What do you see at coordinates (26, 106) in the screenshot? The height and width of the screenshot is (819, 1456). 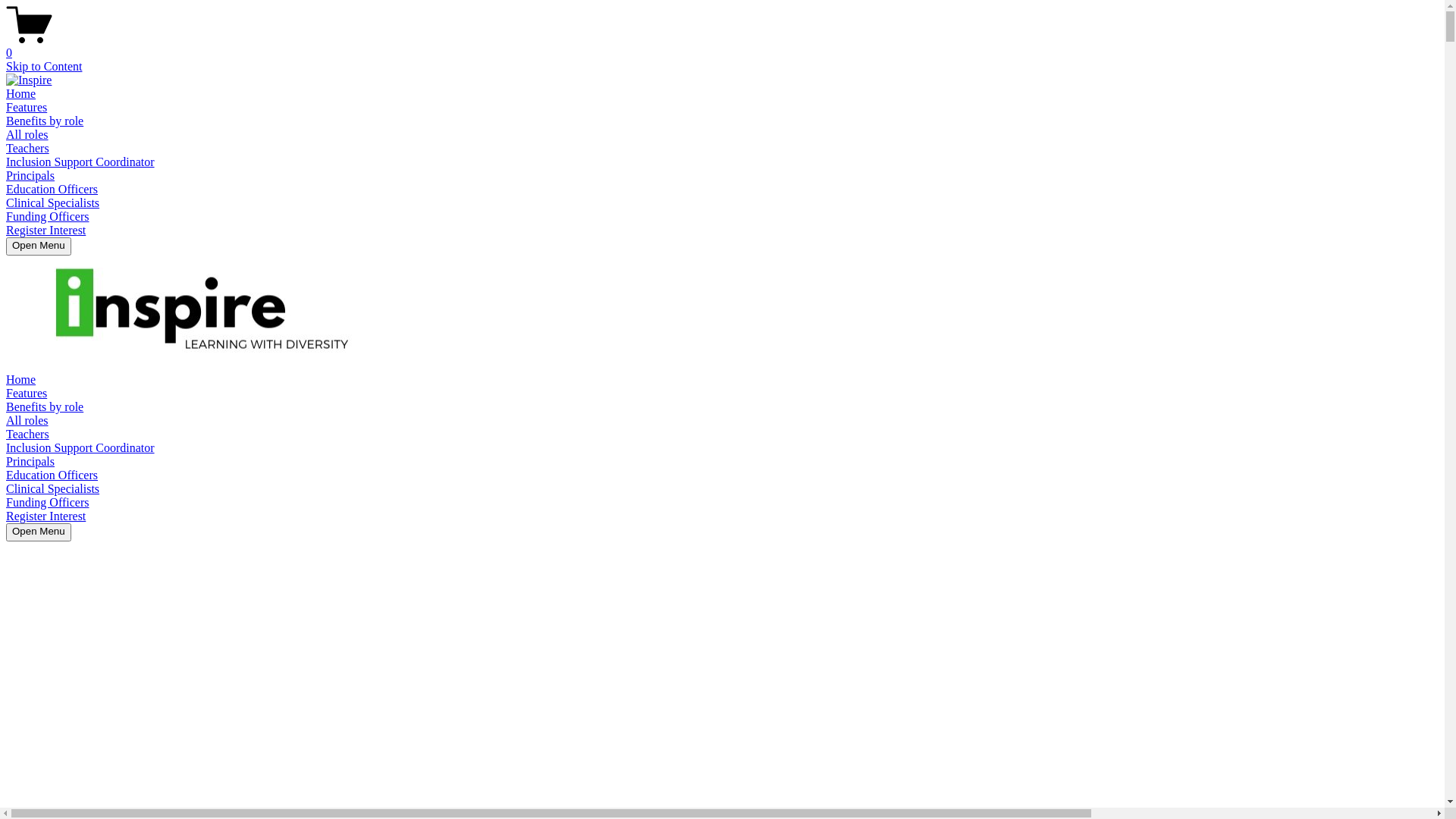 I see `'Features'` at bounding box center [26, 106].